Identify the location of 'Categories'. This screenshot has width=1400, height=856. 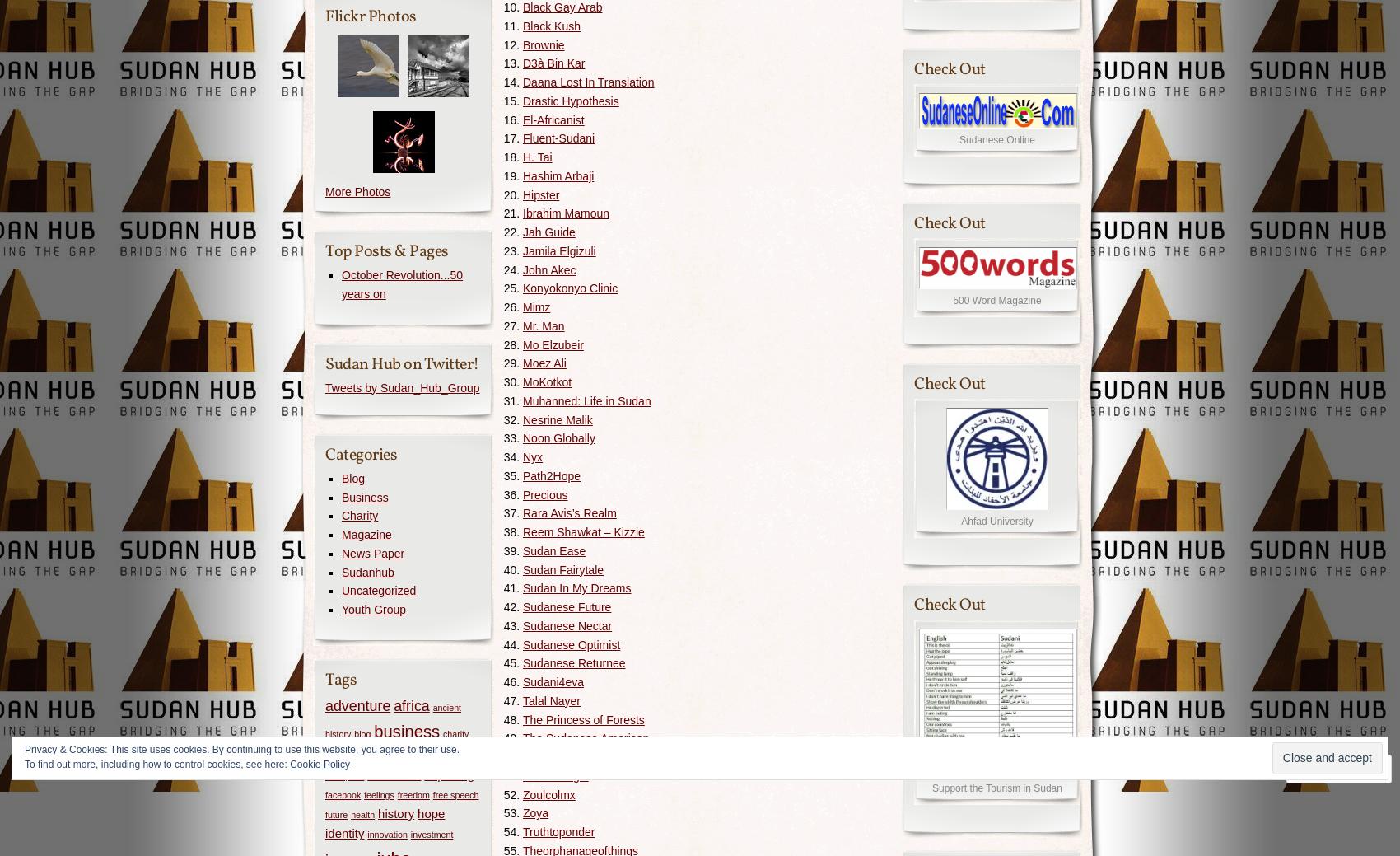
(361, 455).